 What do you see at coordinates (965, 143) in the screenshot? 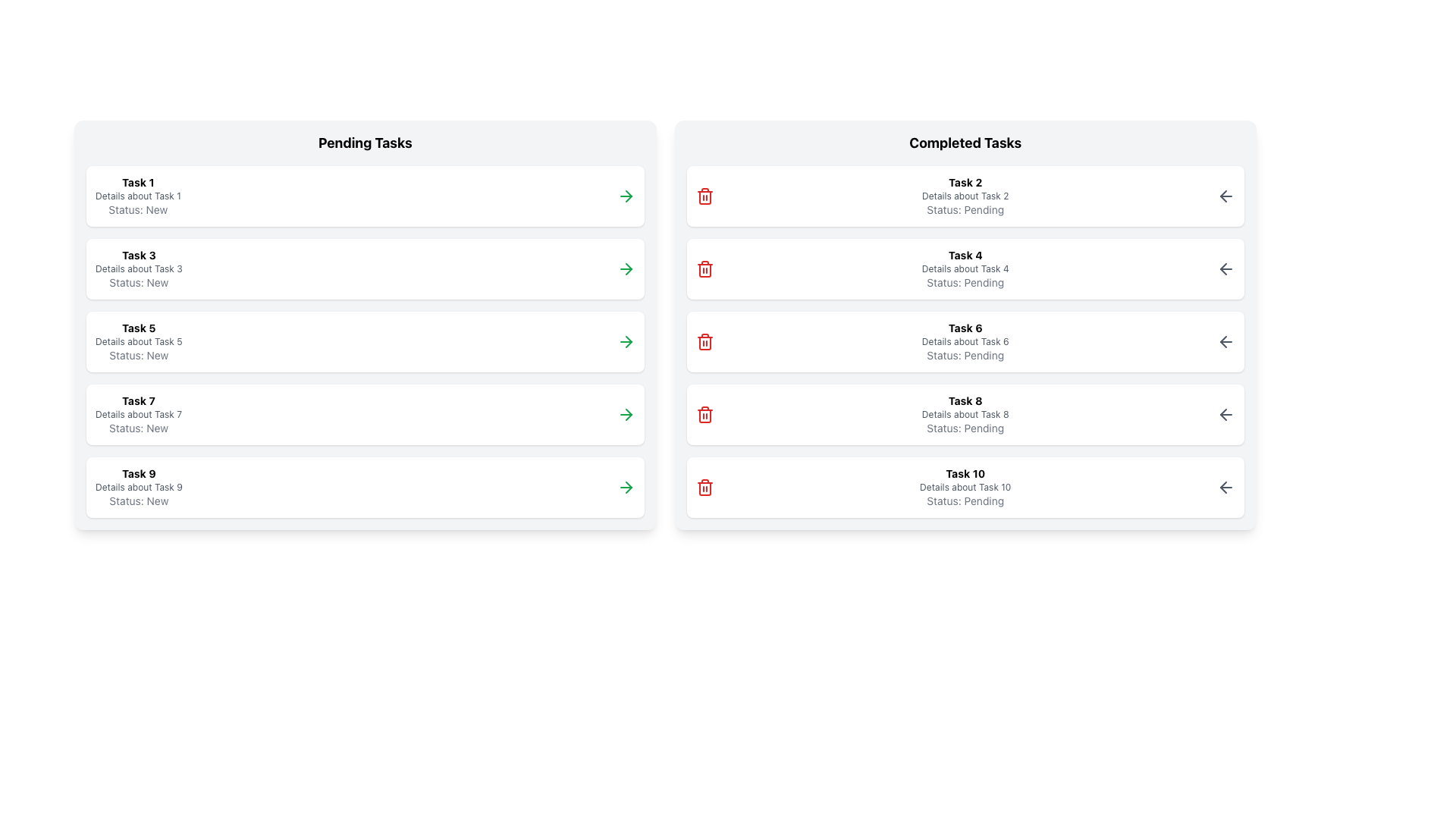
I see `the 'Completed Tasks' text label located at the upper part of the right panel, indicating the section for completed tasks` at bounding box center [965, 143].